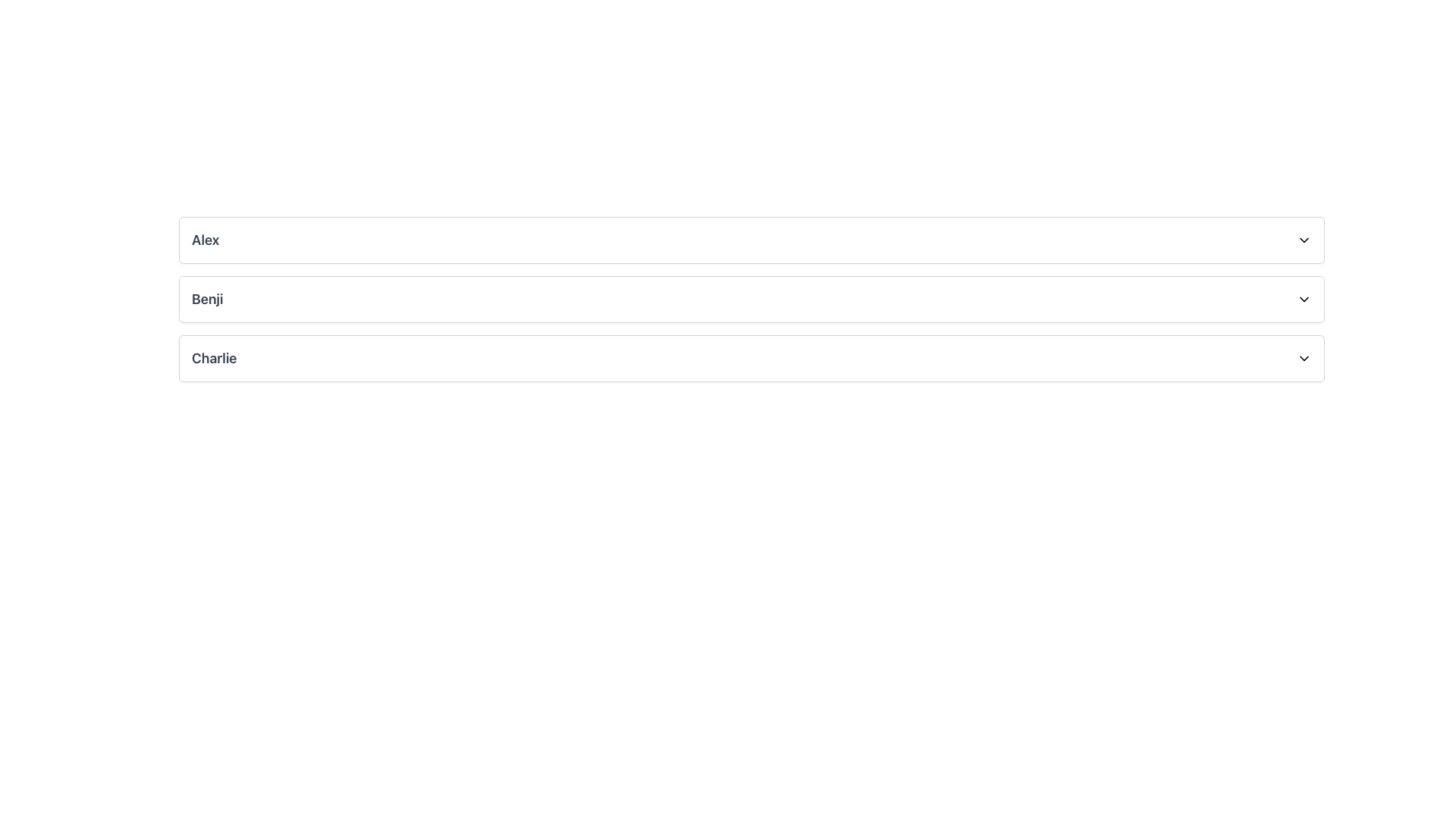  Describe the element at coordinates (752, 299) in the screenshot. I see `on the Dropdown Menu associated with 'Benji', which is the second dropdown in a vertical list between 'Alex' and 'Charlie'` at that location.